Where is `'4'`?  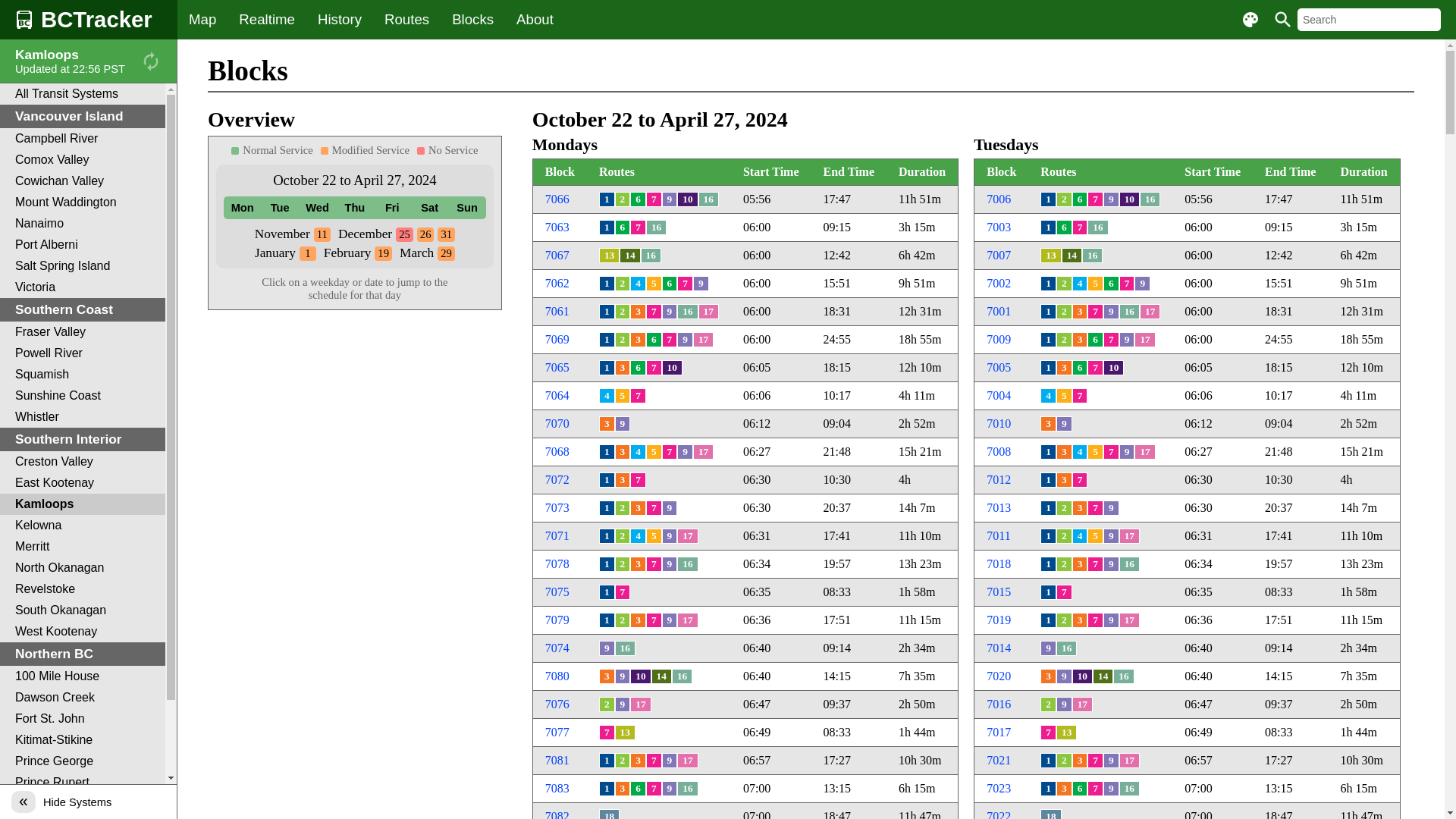 '4' is located at coordinates (1079, 451).